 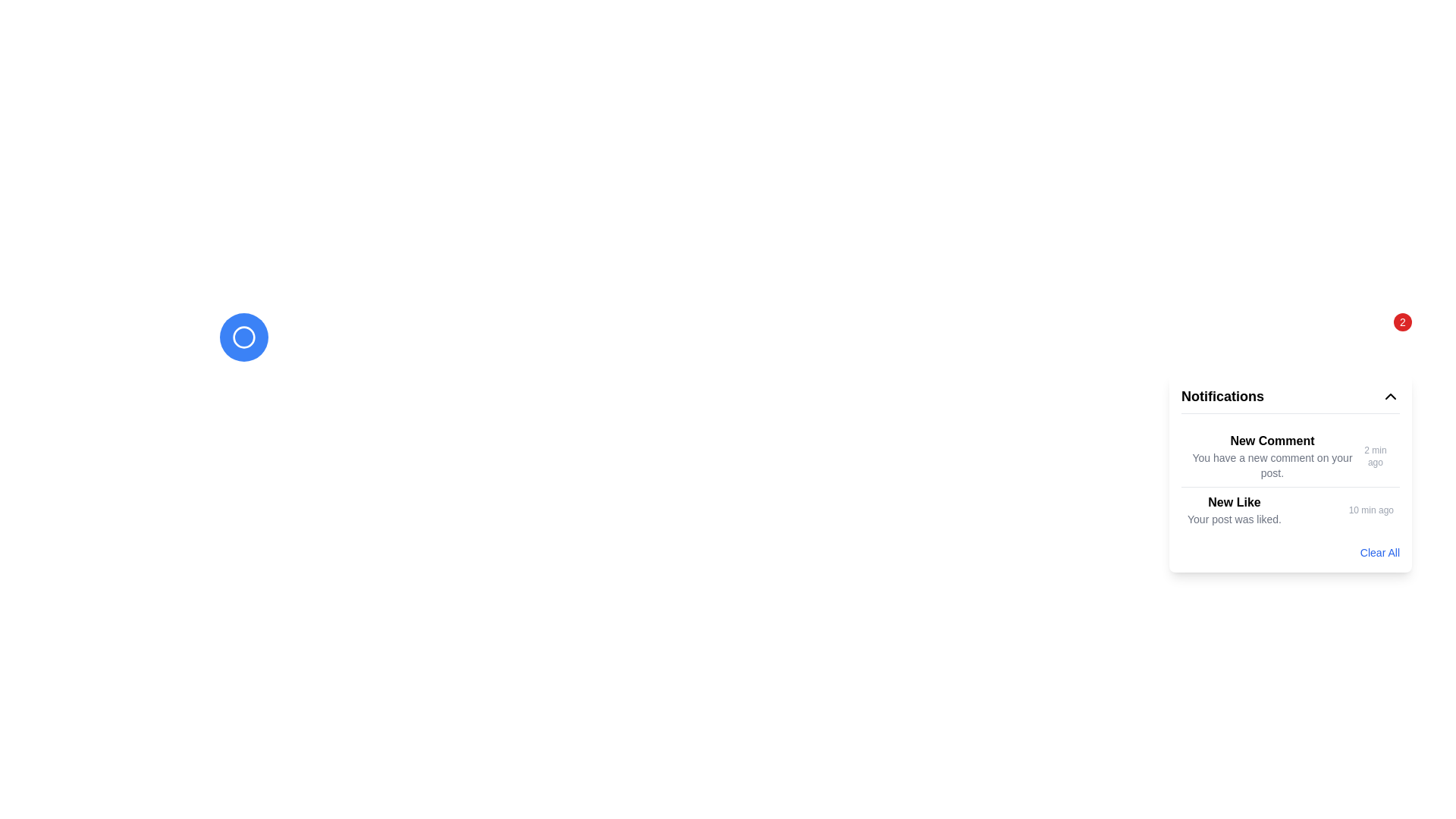 What do you see at coordinates (1290, 455) in the screenshot?
I see `the first notification entry with the heading 'New Comment' to read the associated comment` at bounding box center [1290, 455].